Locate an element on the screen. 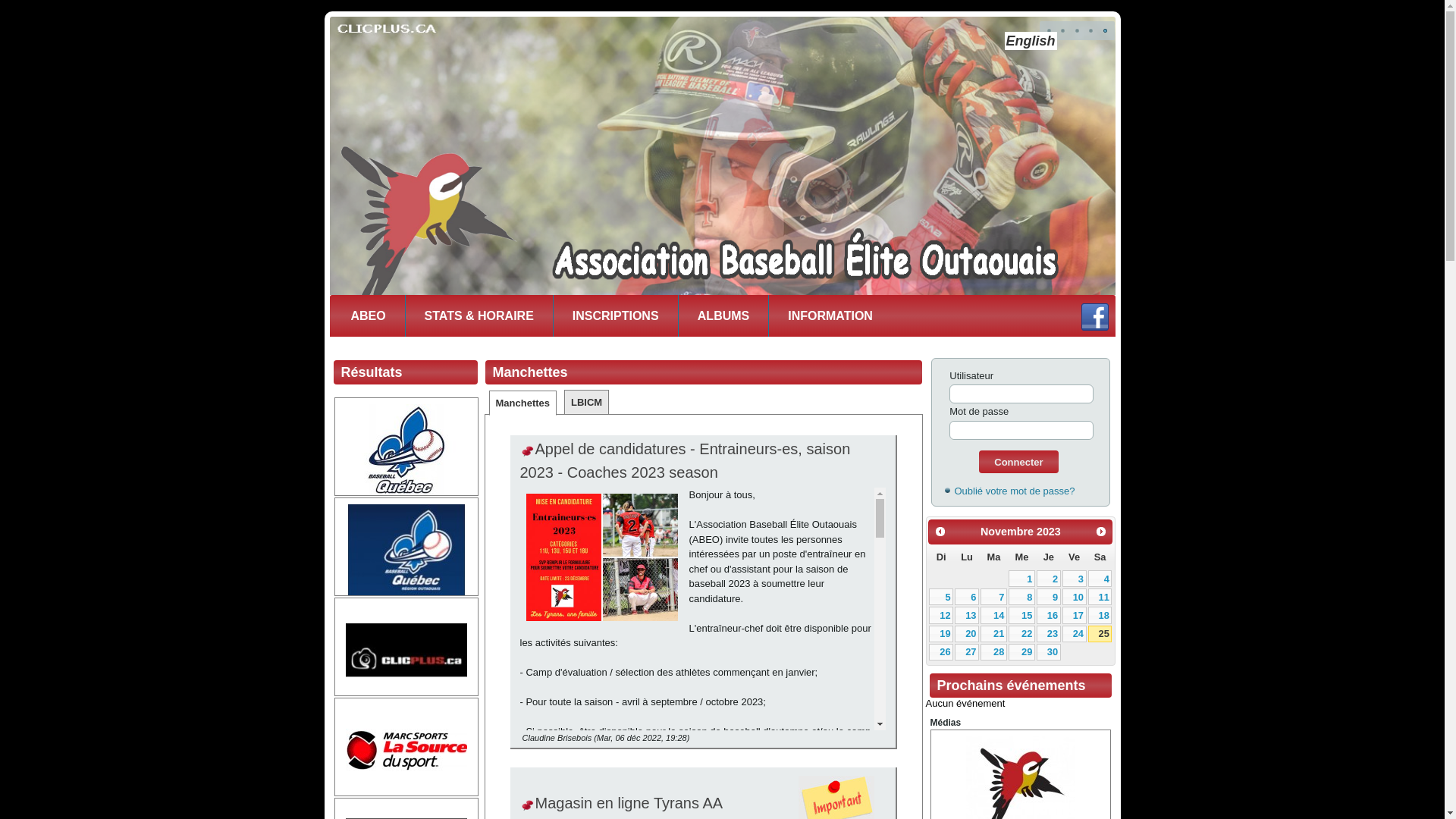 The width and height of the screenshot is (1456, 819). '14' is located at coordinates (993, 614).